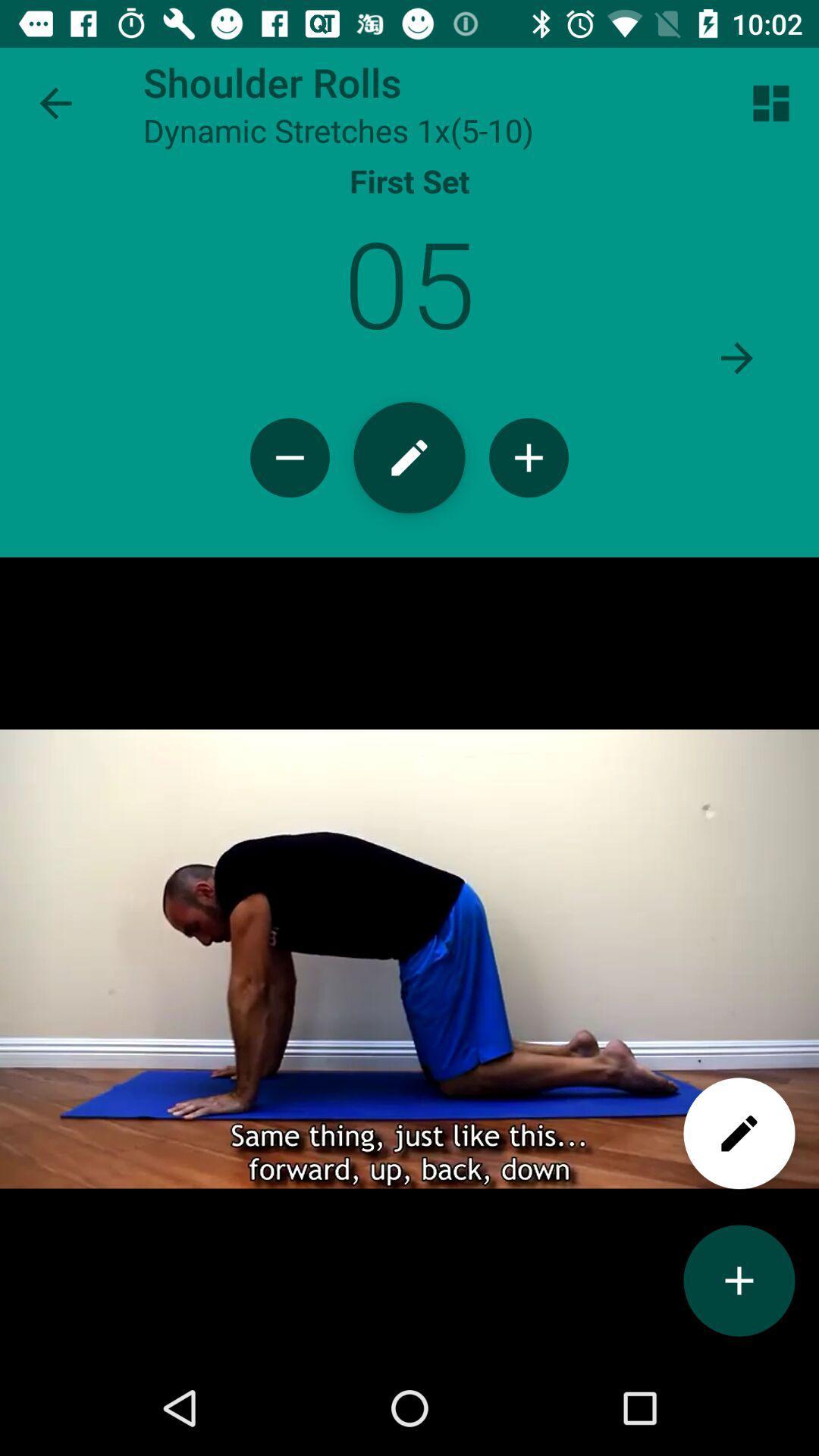  I want to click on edit pencil icon, so click(409, 457).